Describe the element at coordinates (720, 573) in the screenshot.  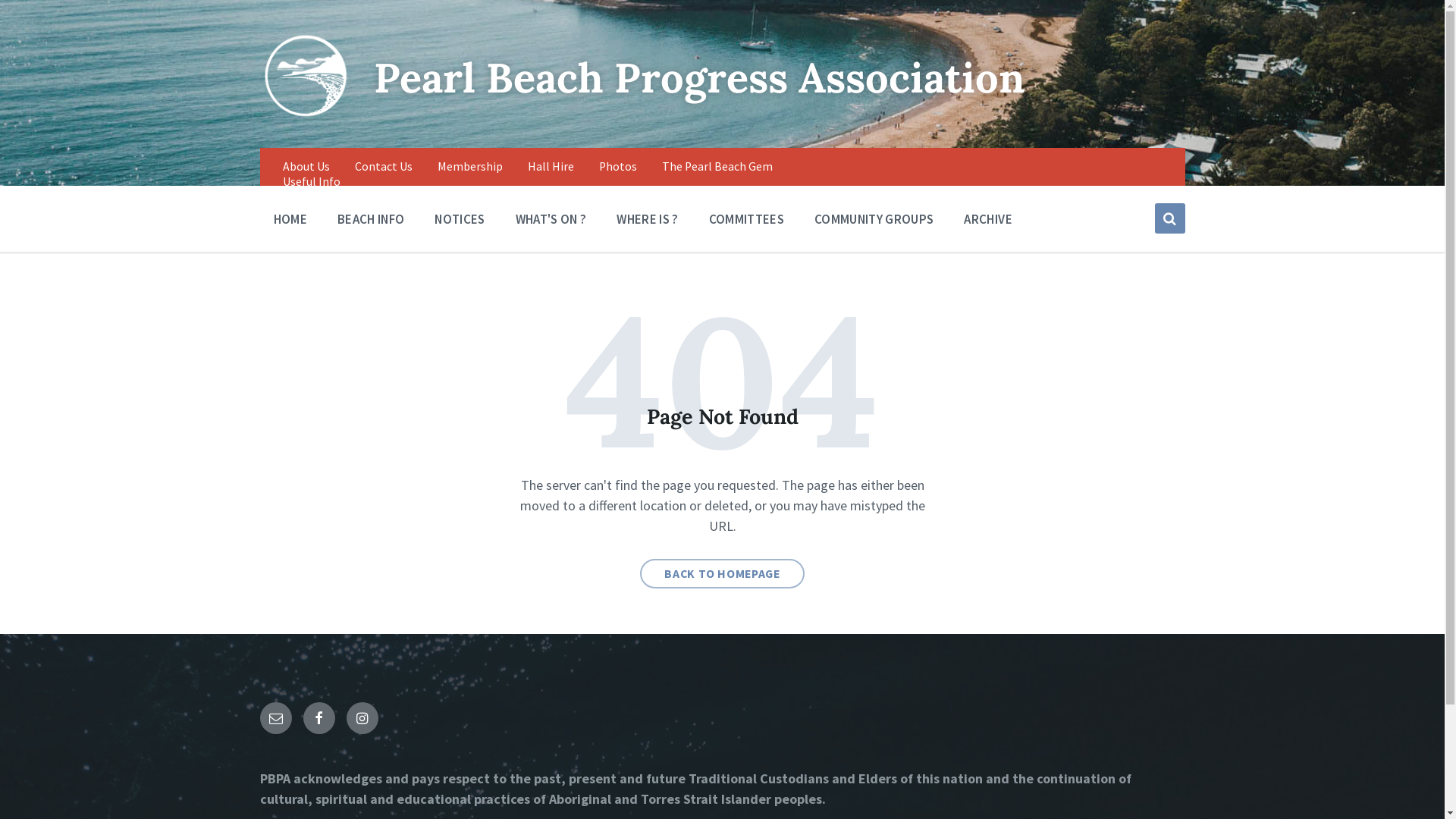
I see `'BACK TO HOMEPAGE'` at that location.